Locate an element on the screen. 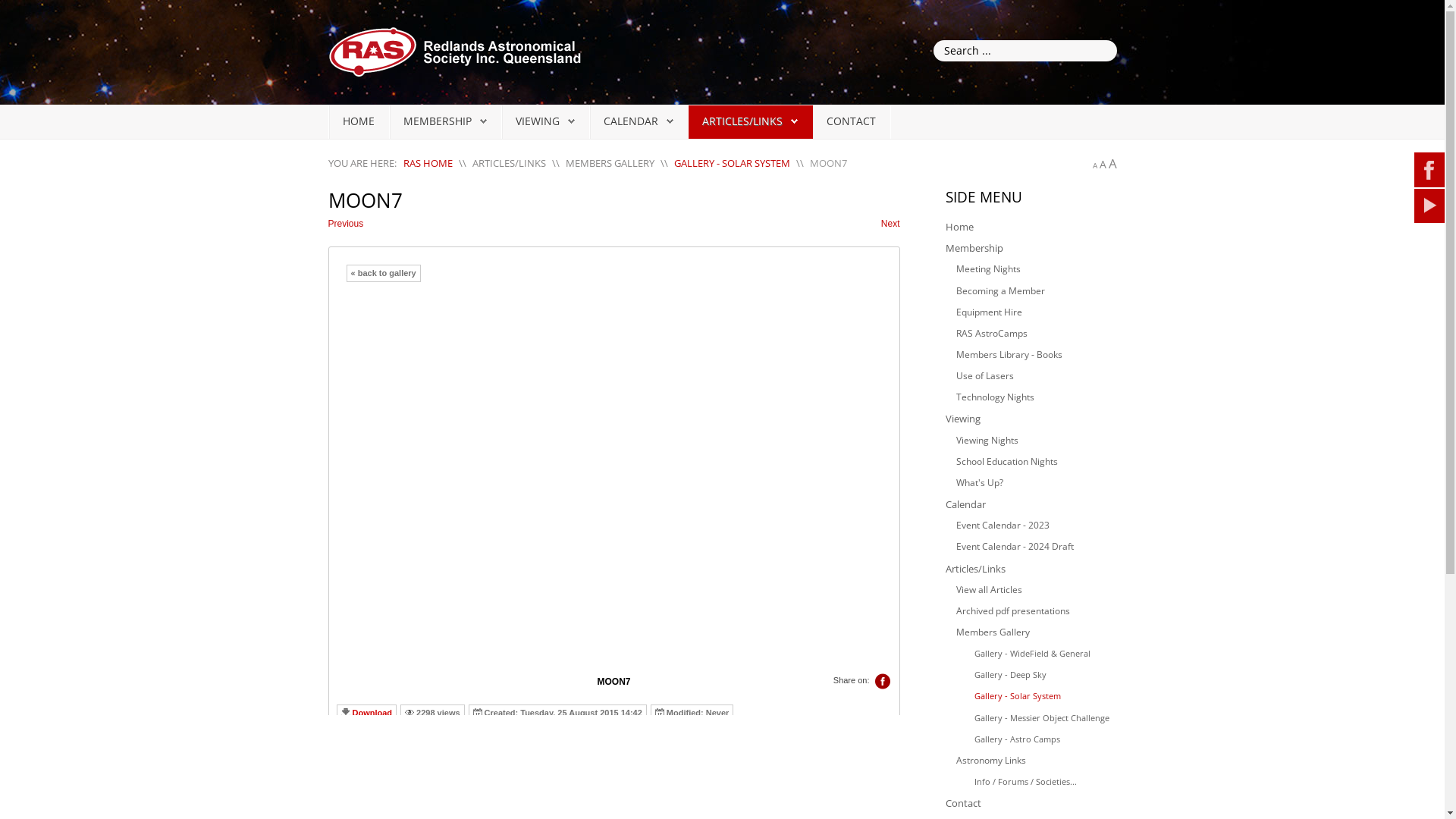 The height and width of the screenshot is (819, 1456). 'A' is located at coordinates (1094, 165).